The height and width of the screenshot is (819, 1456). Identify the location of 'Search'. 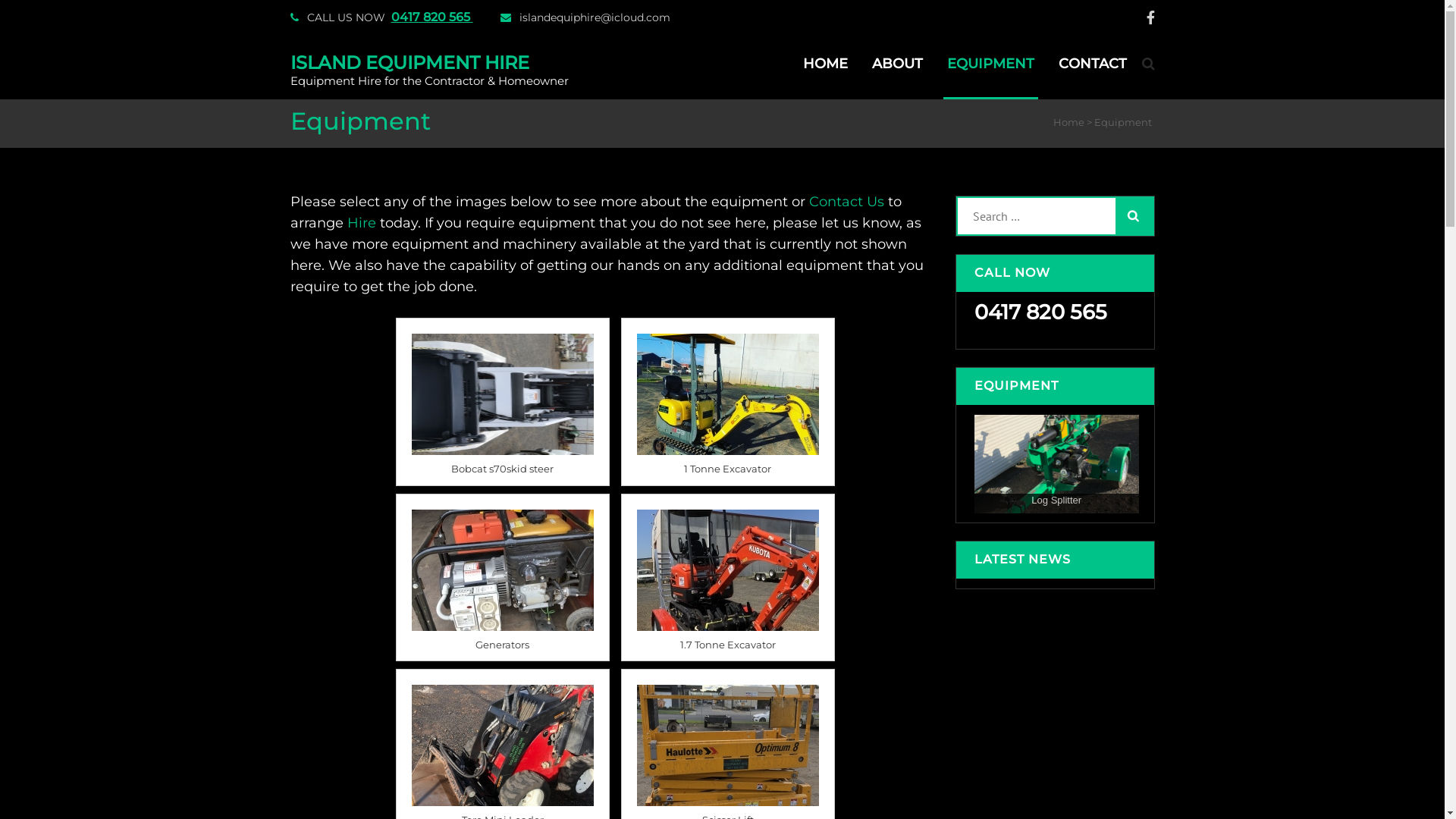
(1116, 216).